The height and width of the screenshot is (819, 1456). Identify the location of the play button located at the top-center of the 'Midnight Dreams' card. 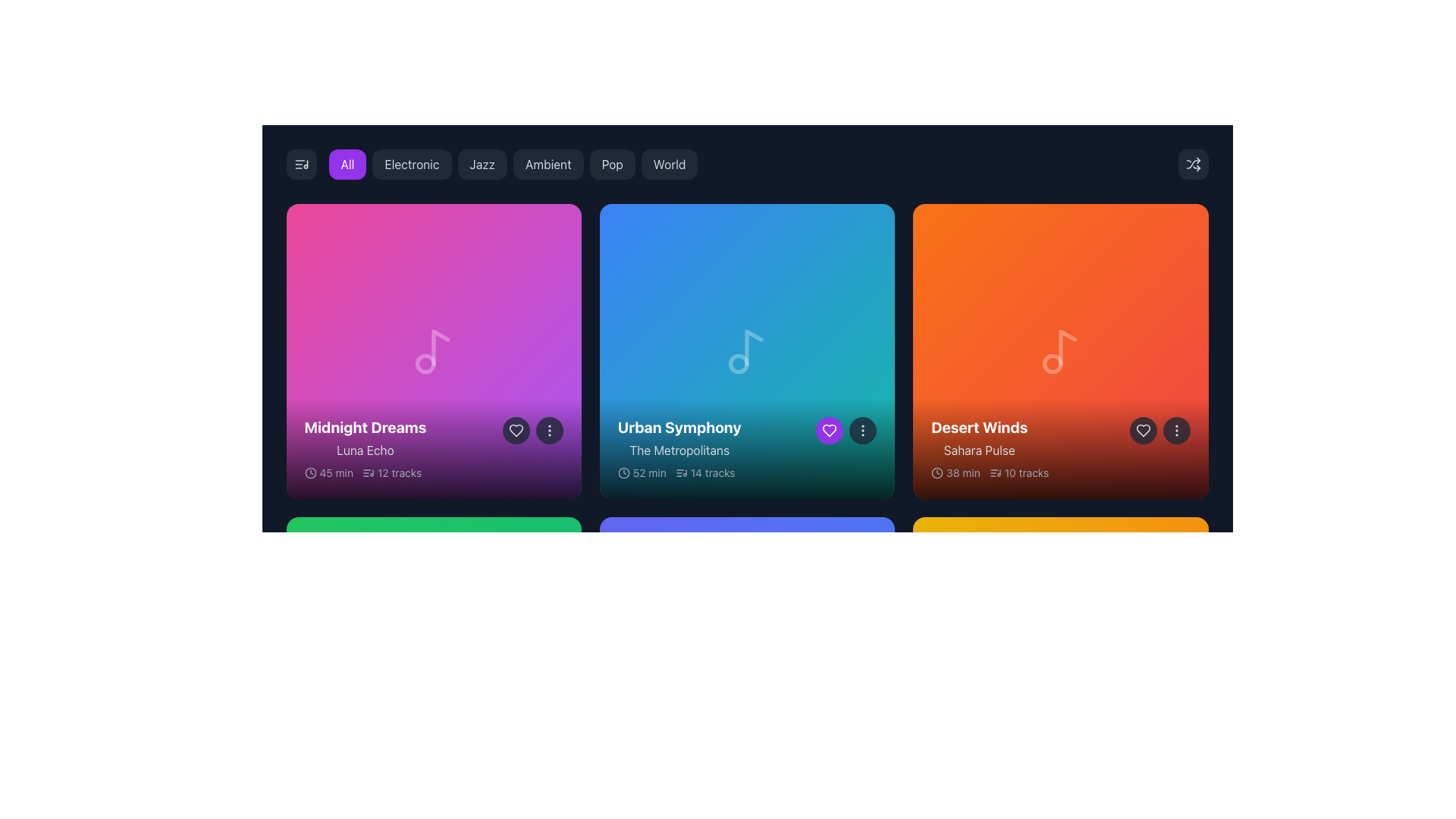
(435, 351).